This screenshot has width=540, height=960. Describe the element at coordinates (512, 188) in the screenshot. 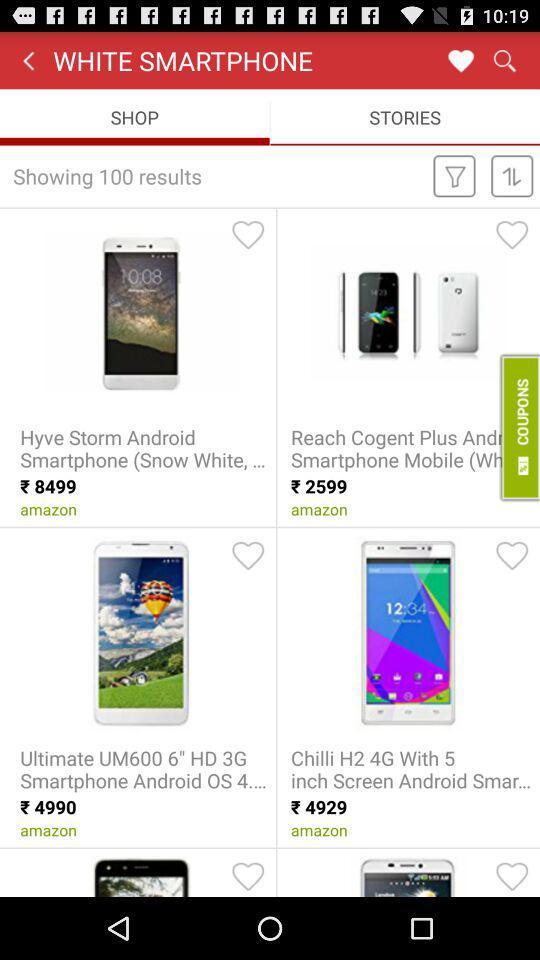

I see `the compare icon` at that location.